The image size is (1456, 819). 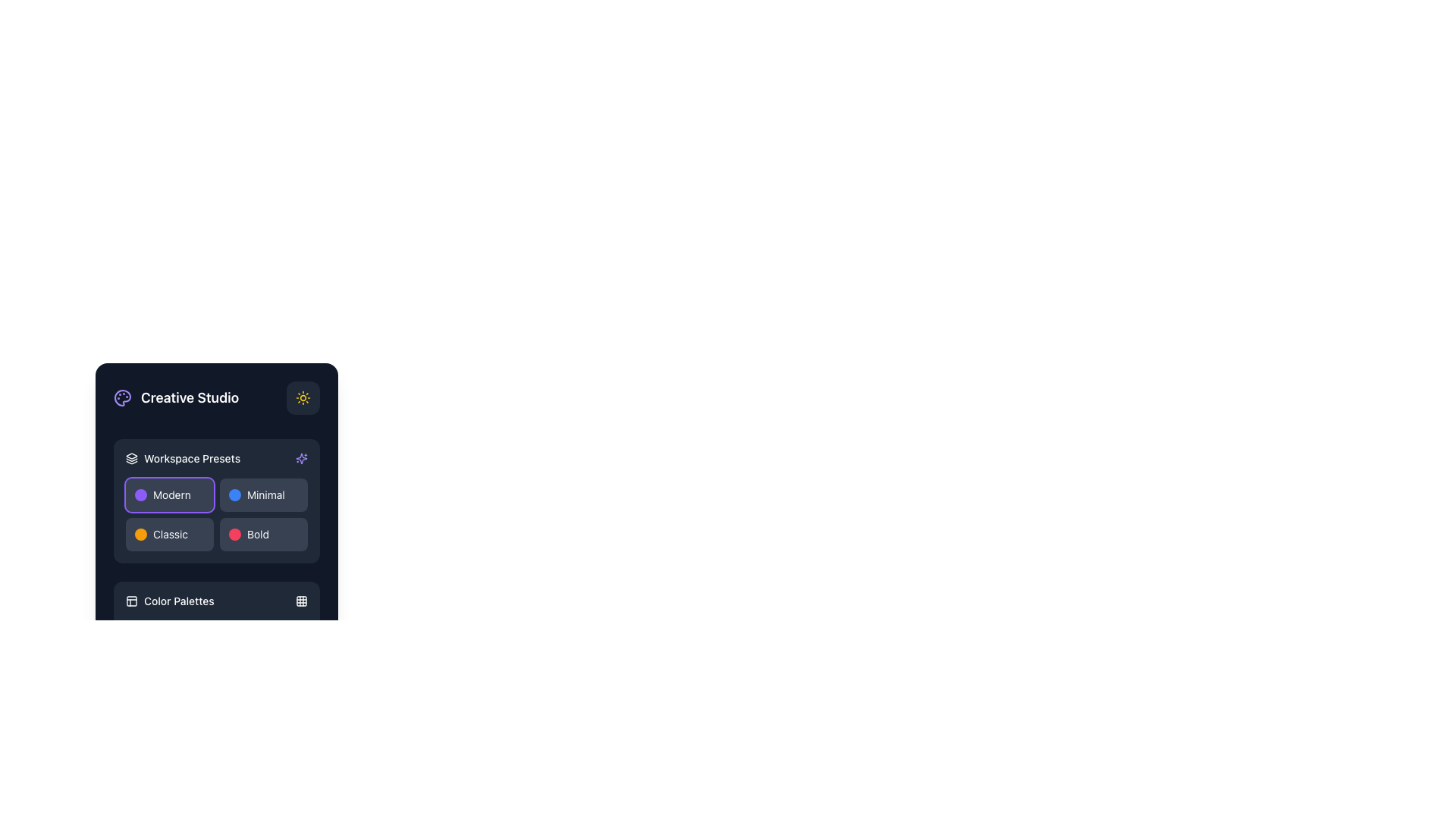 I want to click on the icon located on the left side of the toolbar labeled 'Workspace Presets', which visually represents features related to layers or hierarchy, so click(x=131, y=458).